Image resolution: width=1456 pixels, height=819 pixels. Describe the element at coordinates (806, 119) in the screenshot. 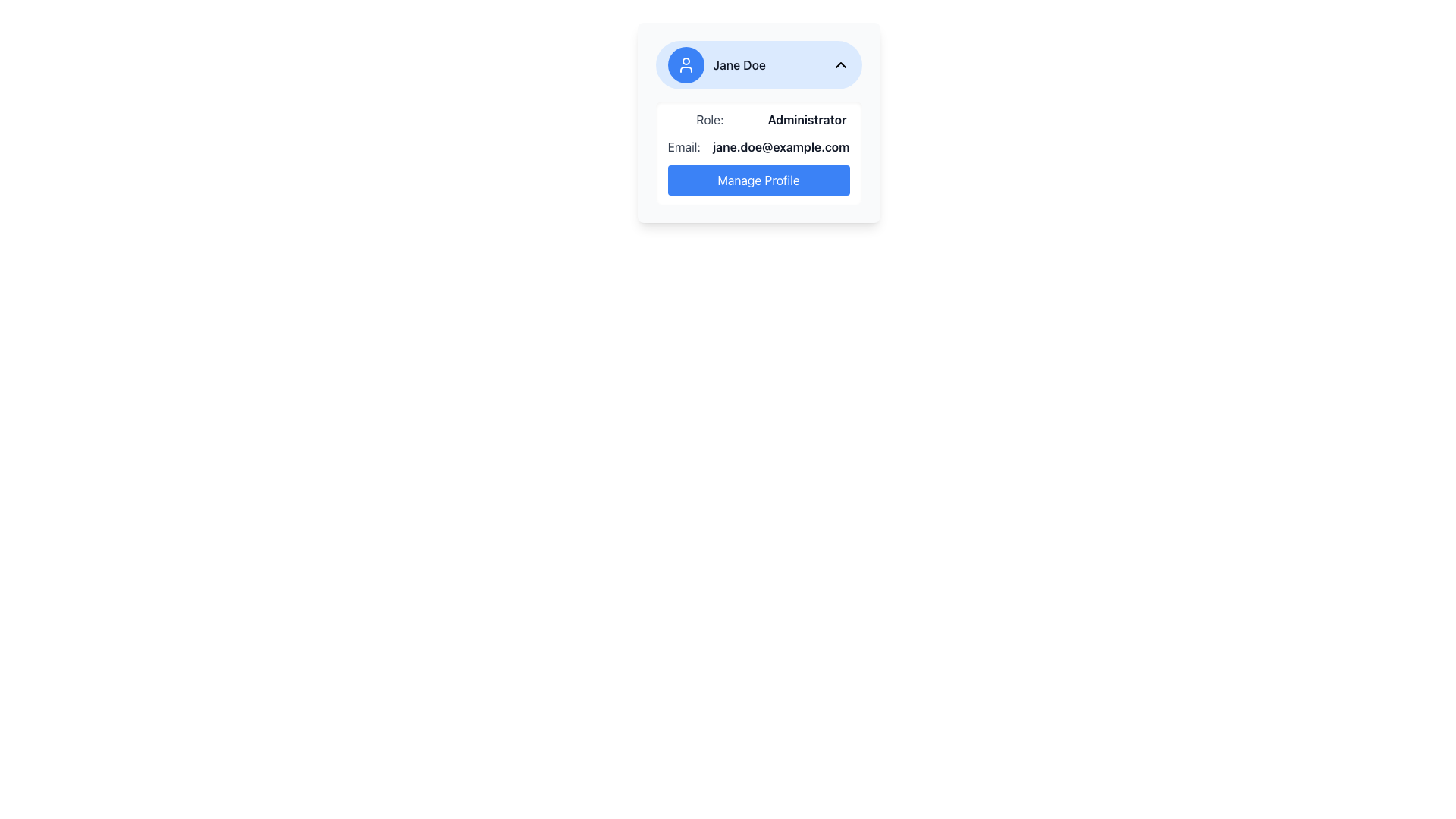

I see `text of the 'Administrator' label, which is styled in bold dark gray and positioned after 'Role:' in the profile section of the user profile card` at that location.